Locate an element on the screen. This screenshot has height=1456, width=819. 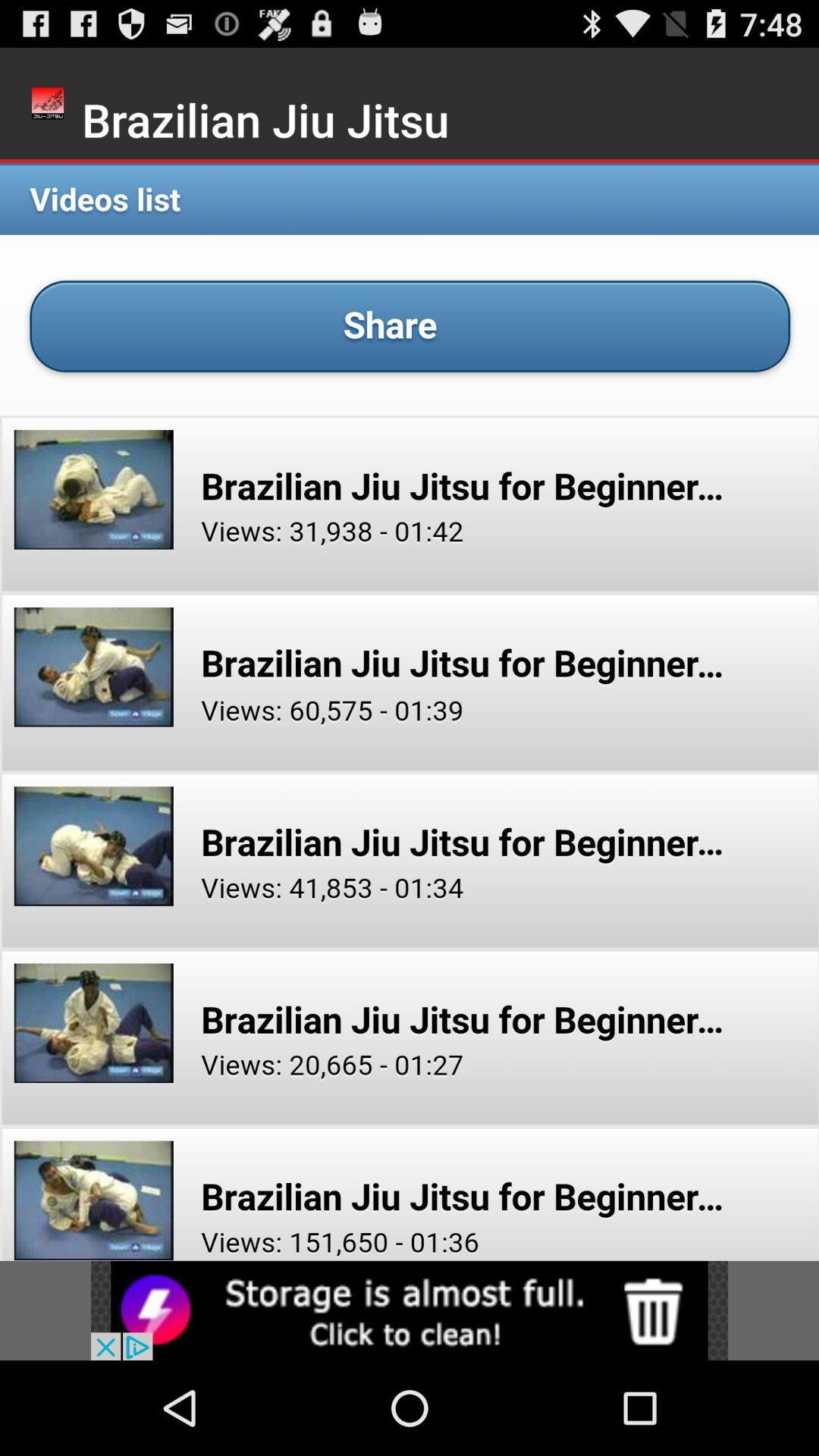
share brazilian jiu jitsu share in screen is located at coordinates (409, 709).